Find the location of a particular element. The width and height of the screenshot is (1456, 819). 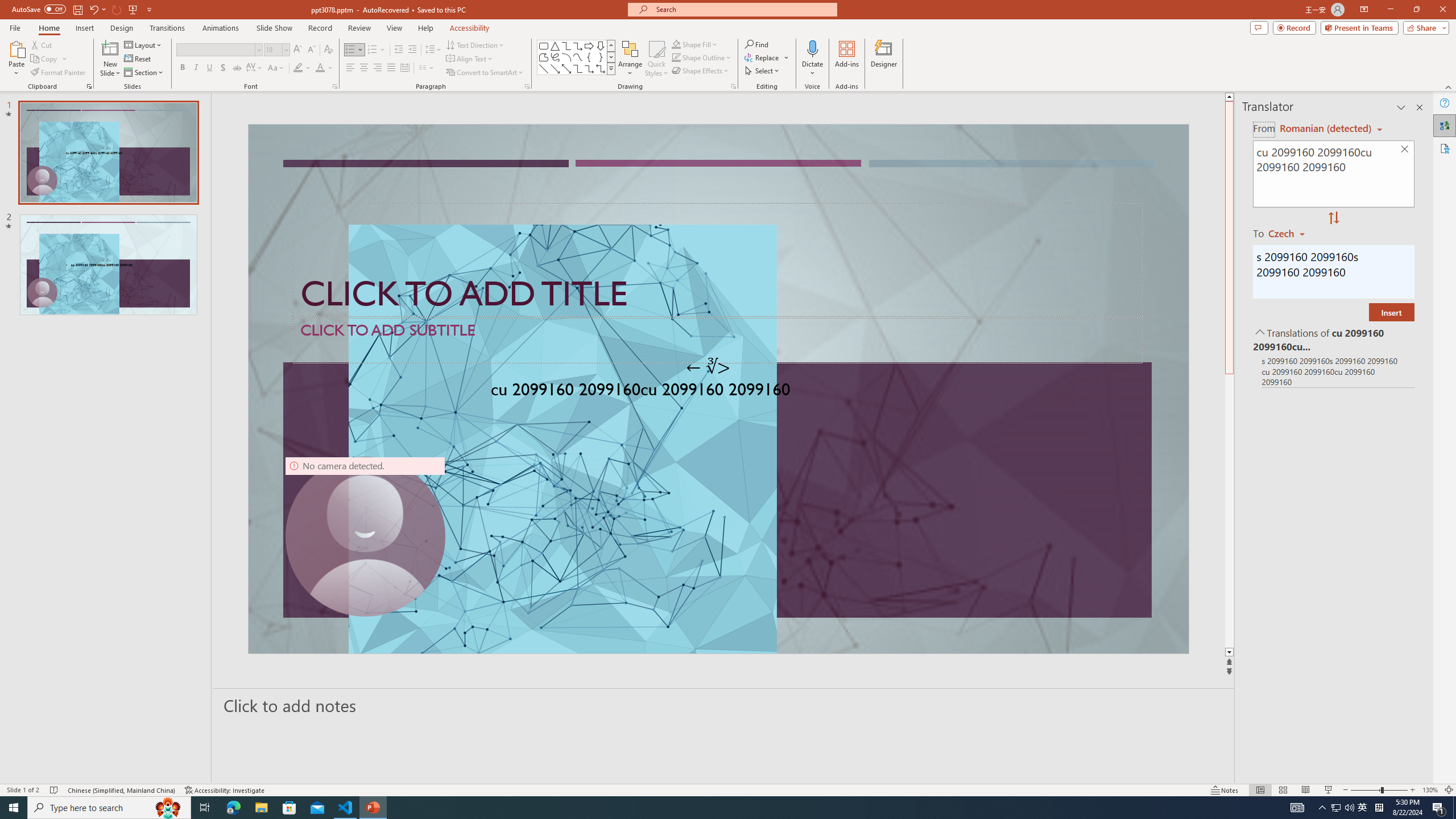

'Czech' is located at coordinates (1291, 233).